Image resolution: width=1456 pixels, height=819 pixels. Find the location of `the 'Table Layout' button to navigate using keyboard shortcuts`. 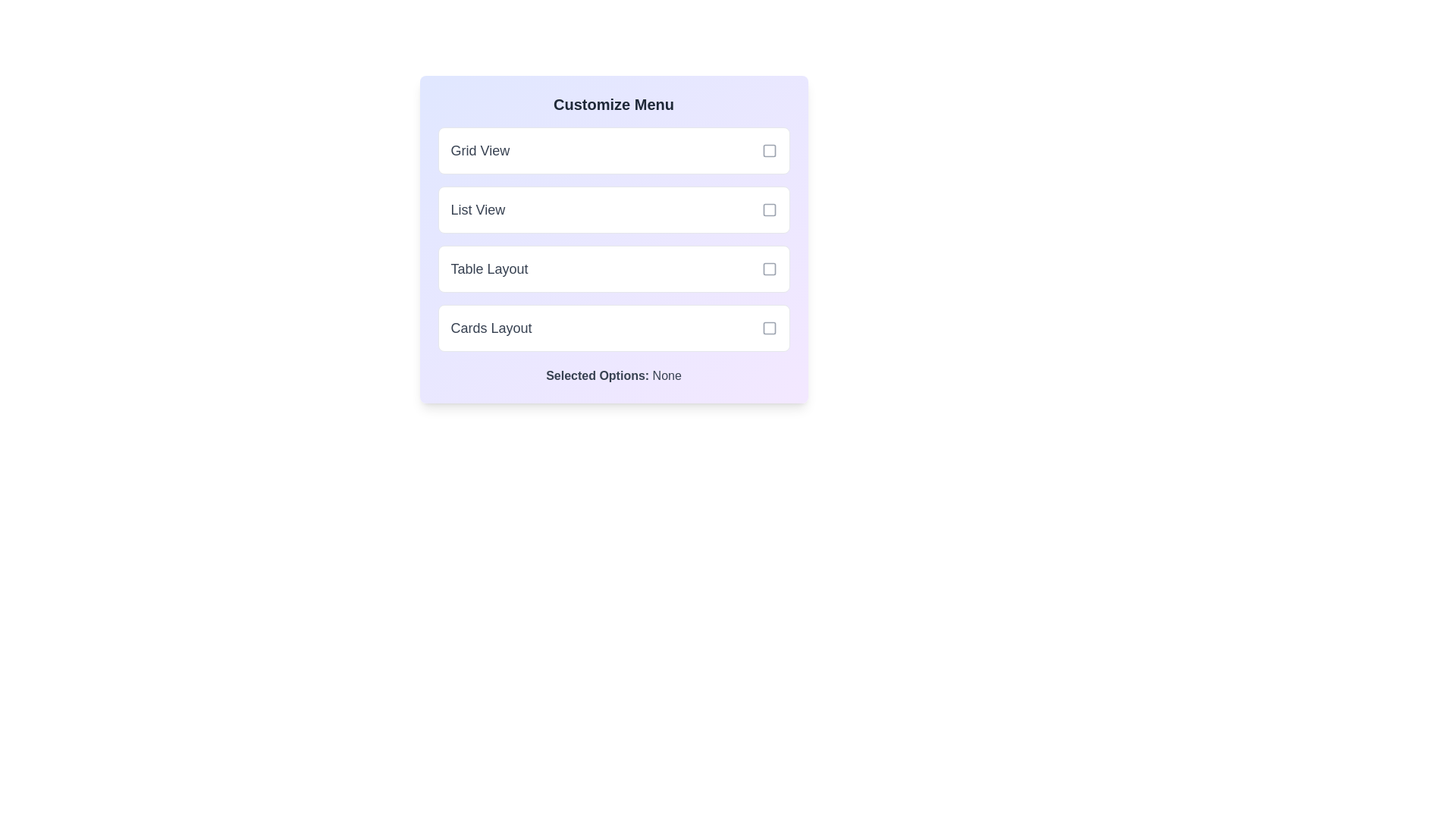

the 'Table Layout' button to navigate using keyboard shortcuts is located at coordinates (613, 239).